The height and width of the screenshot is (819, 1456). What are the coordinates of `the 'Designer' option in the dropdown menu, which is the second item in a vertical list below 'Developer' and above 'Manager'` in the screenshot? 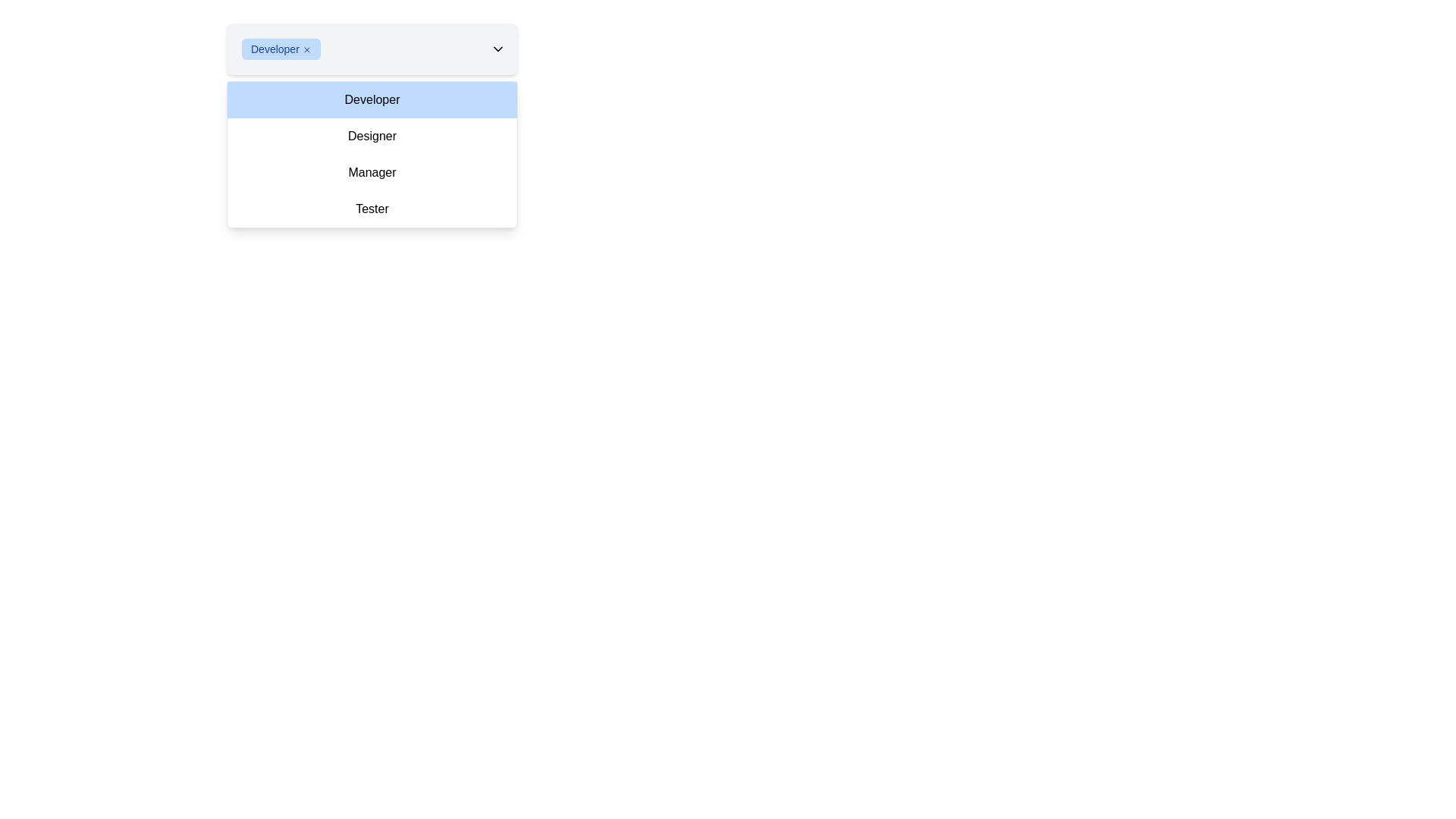 It's located at (372, 136).